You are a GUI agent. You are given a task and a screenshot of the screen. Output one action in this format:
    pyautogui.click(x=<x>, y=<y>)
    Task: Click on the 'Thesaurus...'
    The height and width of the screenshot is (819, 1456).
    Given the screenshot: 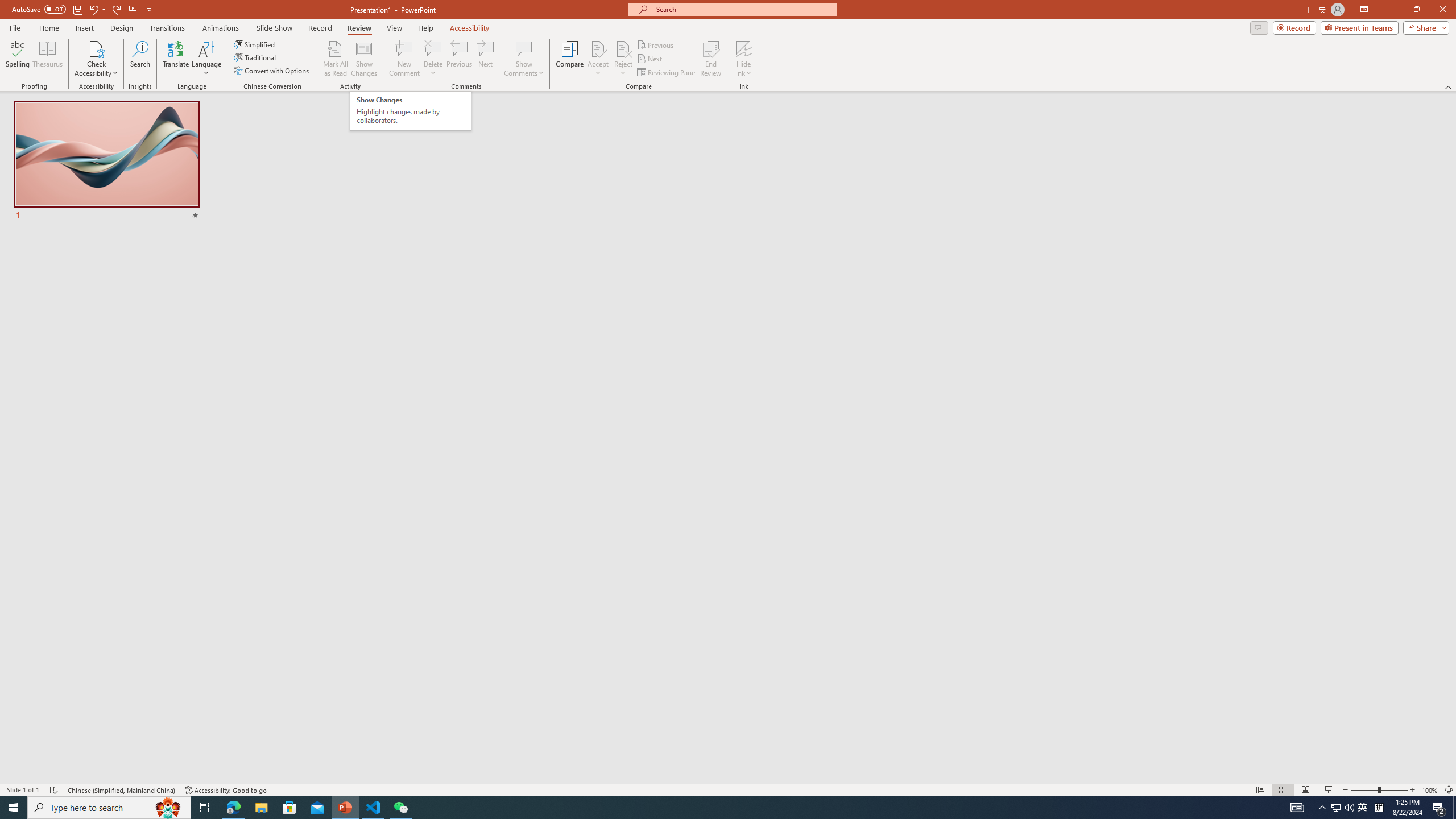 What is the action you would take?
    pyautogui.click(x=47, y=59)
    